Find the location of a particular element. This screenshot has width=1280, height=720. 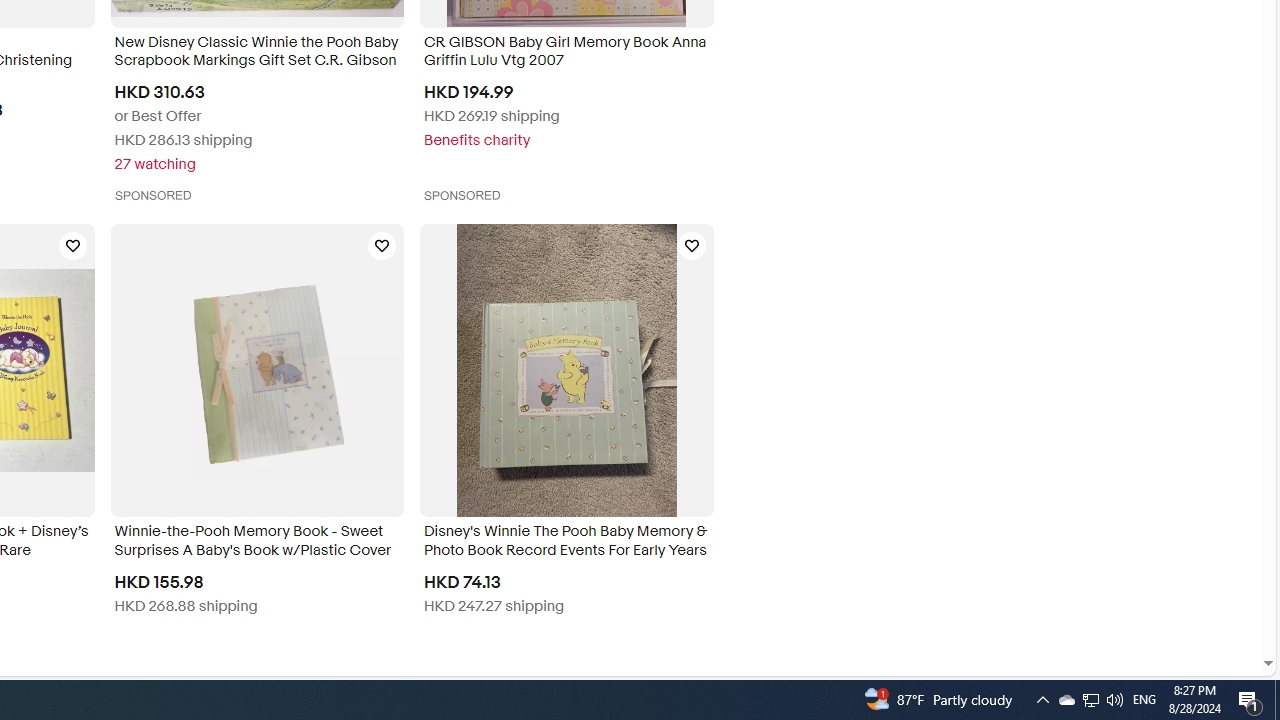

'CR GIBSON Baby Girl Memory Book Anna Griffin Lulu Vtg 2007' is located at coordinates (566, 53).